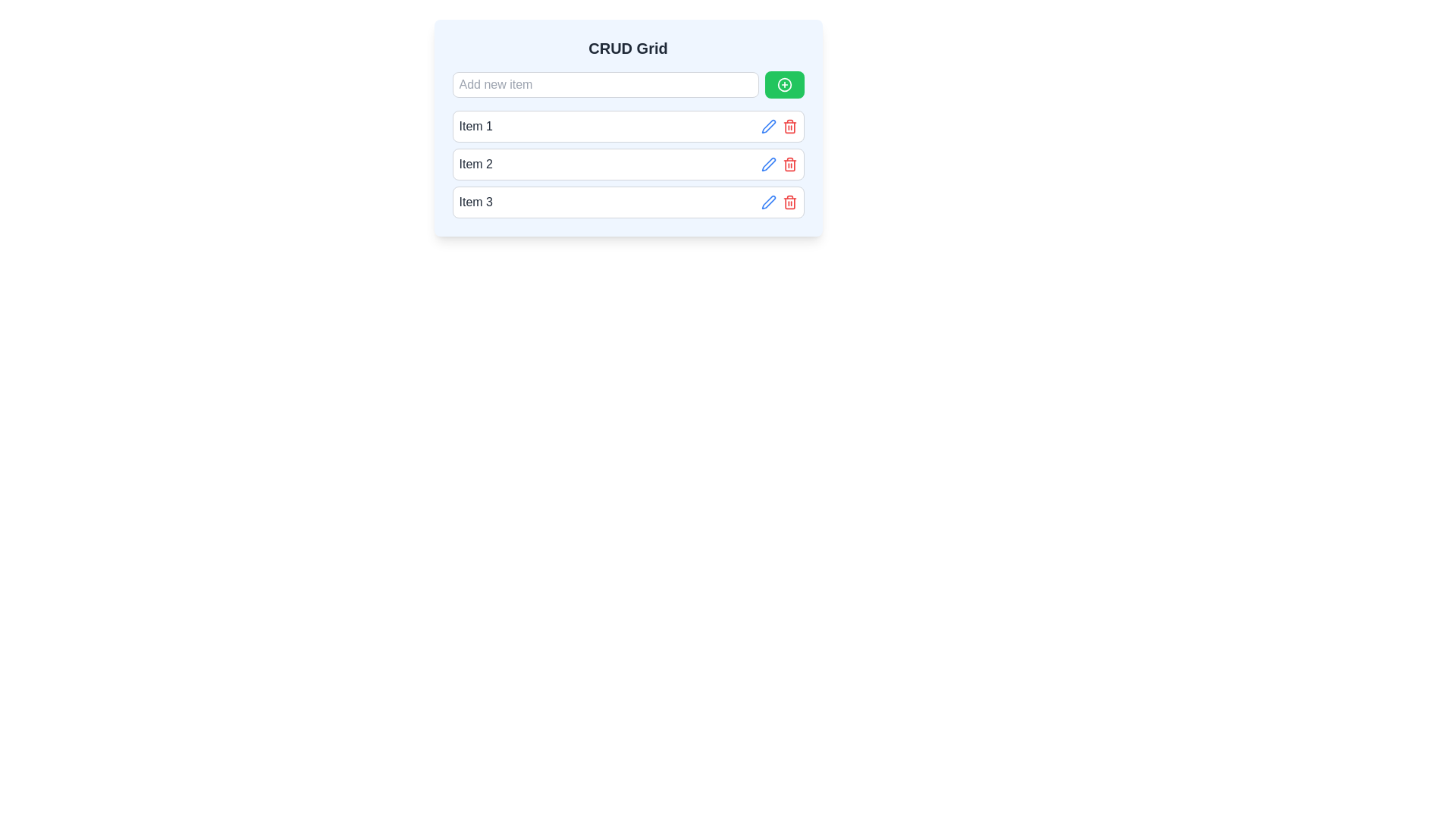  What do you see at coordinates (789, 201) in the screenshot?
I see `the delete icon button located at the far right of the third item in the list` at bounding box center [789, 201].